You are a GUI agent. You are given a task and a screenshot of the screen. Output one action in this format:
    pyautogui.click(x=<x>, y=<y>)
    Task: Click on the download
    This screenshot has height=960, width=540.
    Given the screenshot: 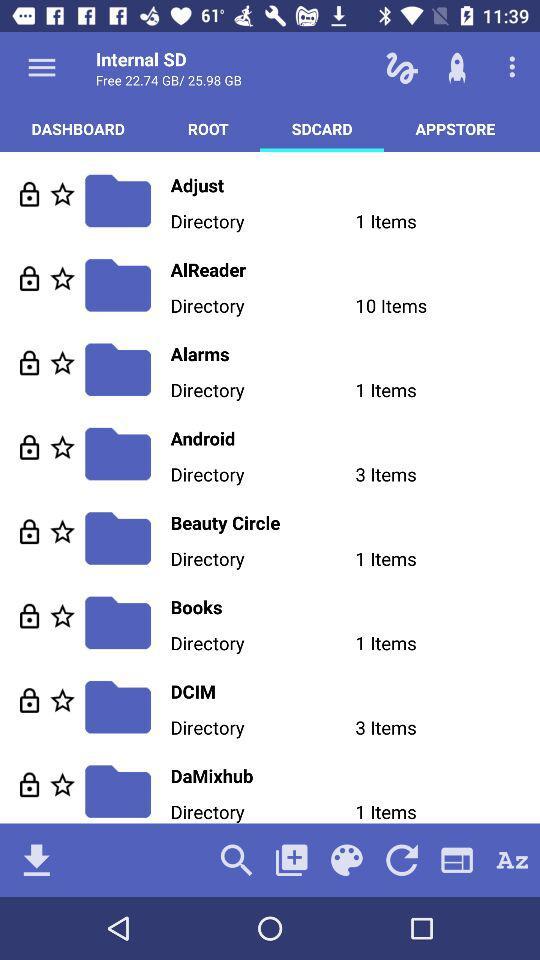 What is the action you would take?
    pyautogui.click(x=36, y=859)
    